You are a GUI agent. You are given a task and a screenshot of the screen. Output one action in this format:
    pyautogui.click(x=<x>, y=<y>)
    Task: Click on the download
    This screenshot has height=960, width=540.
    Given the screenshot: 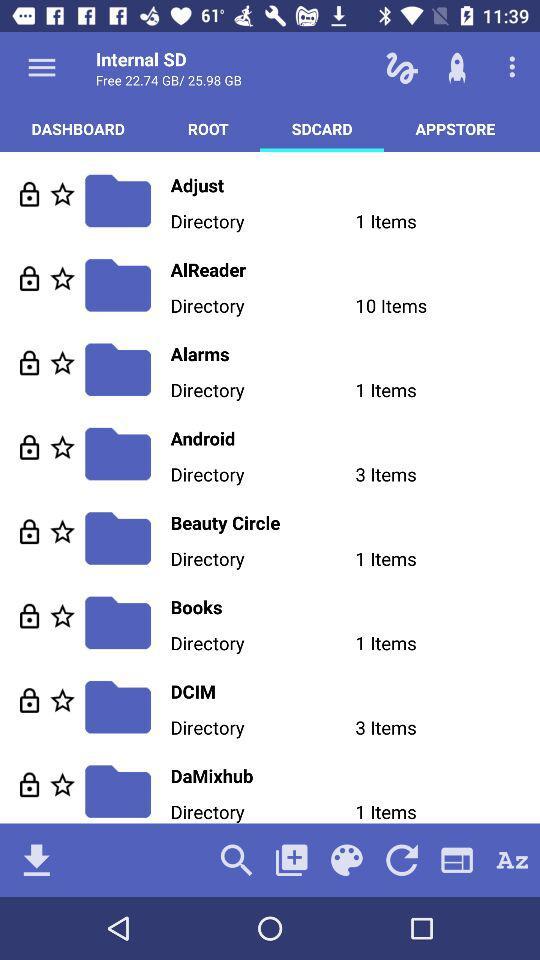 What is the action you would take?
    pyautogui.click(x=36, y=859)
    